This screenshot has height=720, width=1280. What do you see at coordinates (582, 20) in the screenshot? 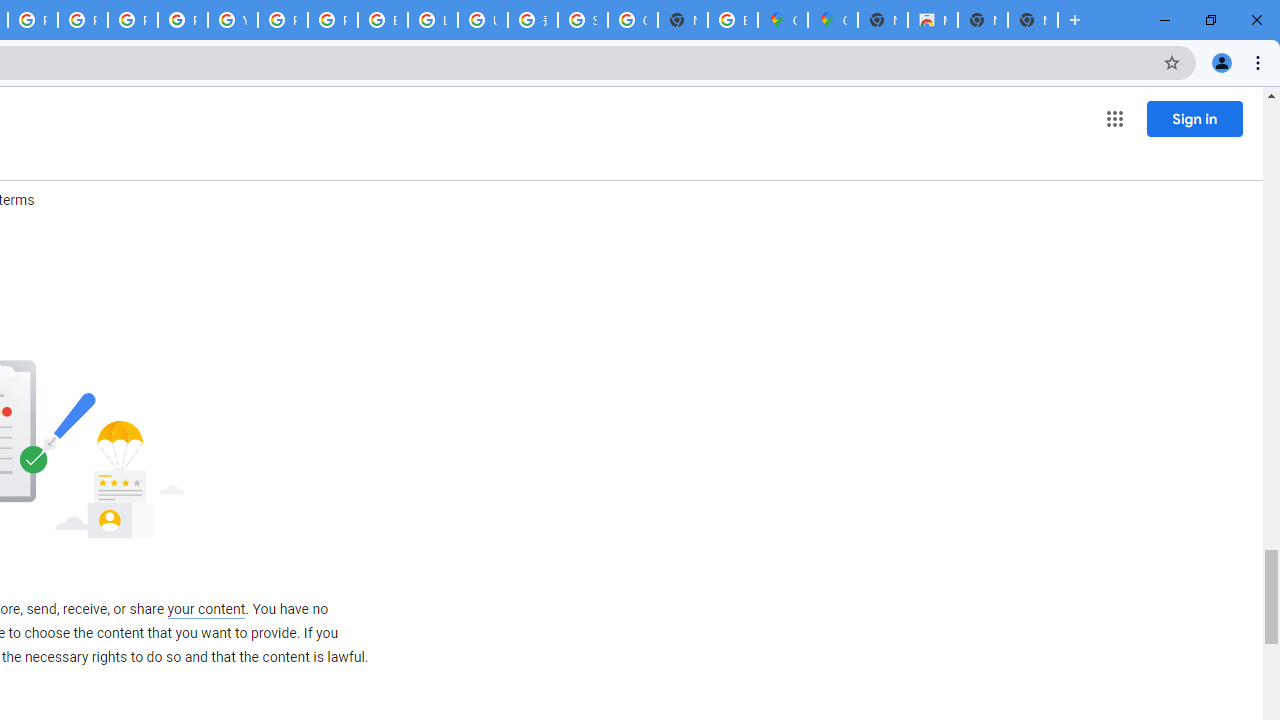
I see `'Sign in - Google Accounts'` at bounding box center [582, 20].